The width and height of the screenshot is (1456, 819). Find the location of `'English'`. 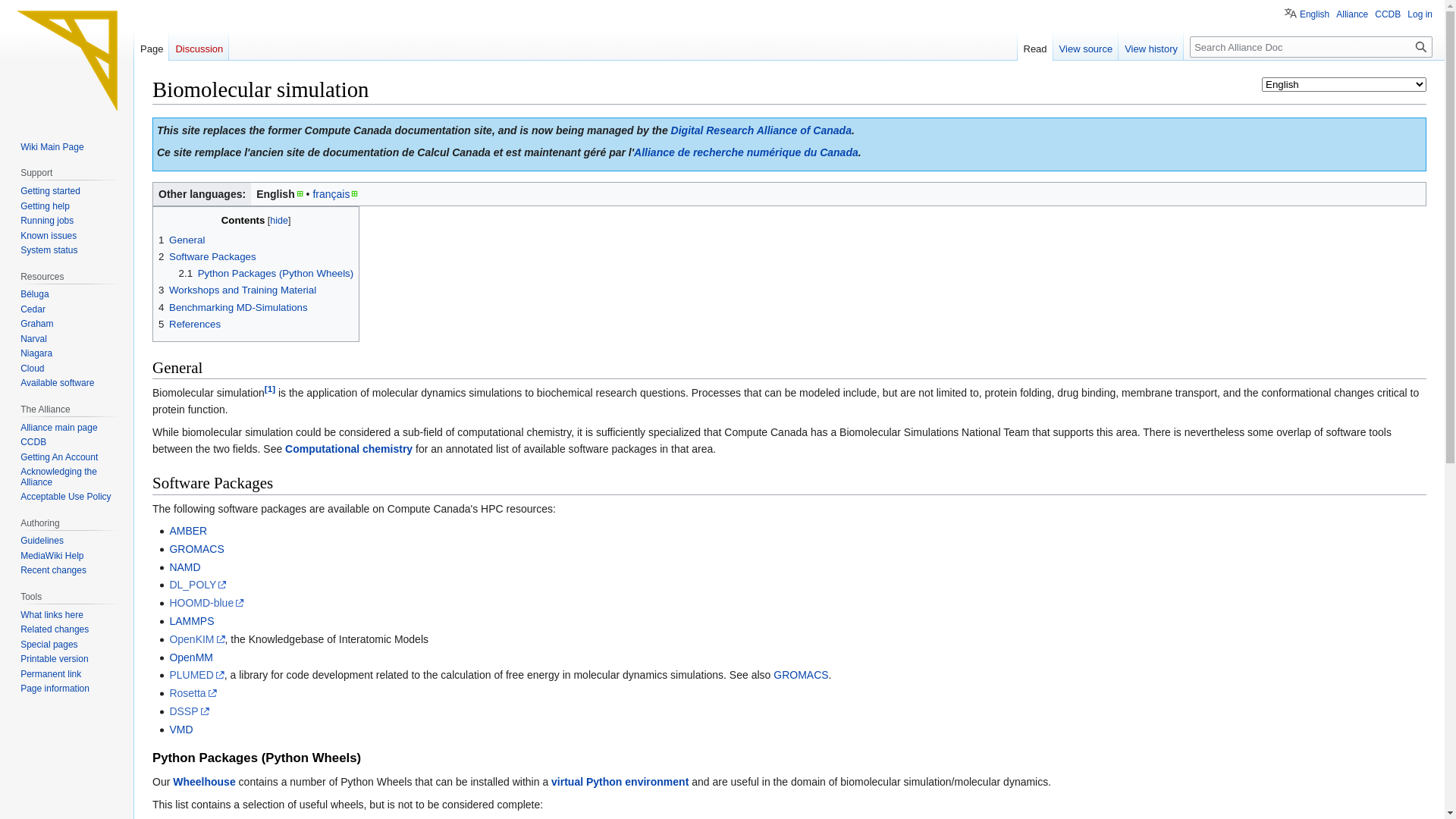

'English' is located at coordinates (1284, 11).